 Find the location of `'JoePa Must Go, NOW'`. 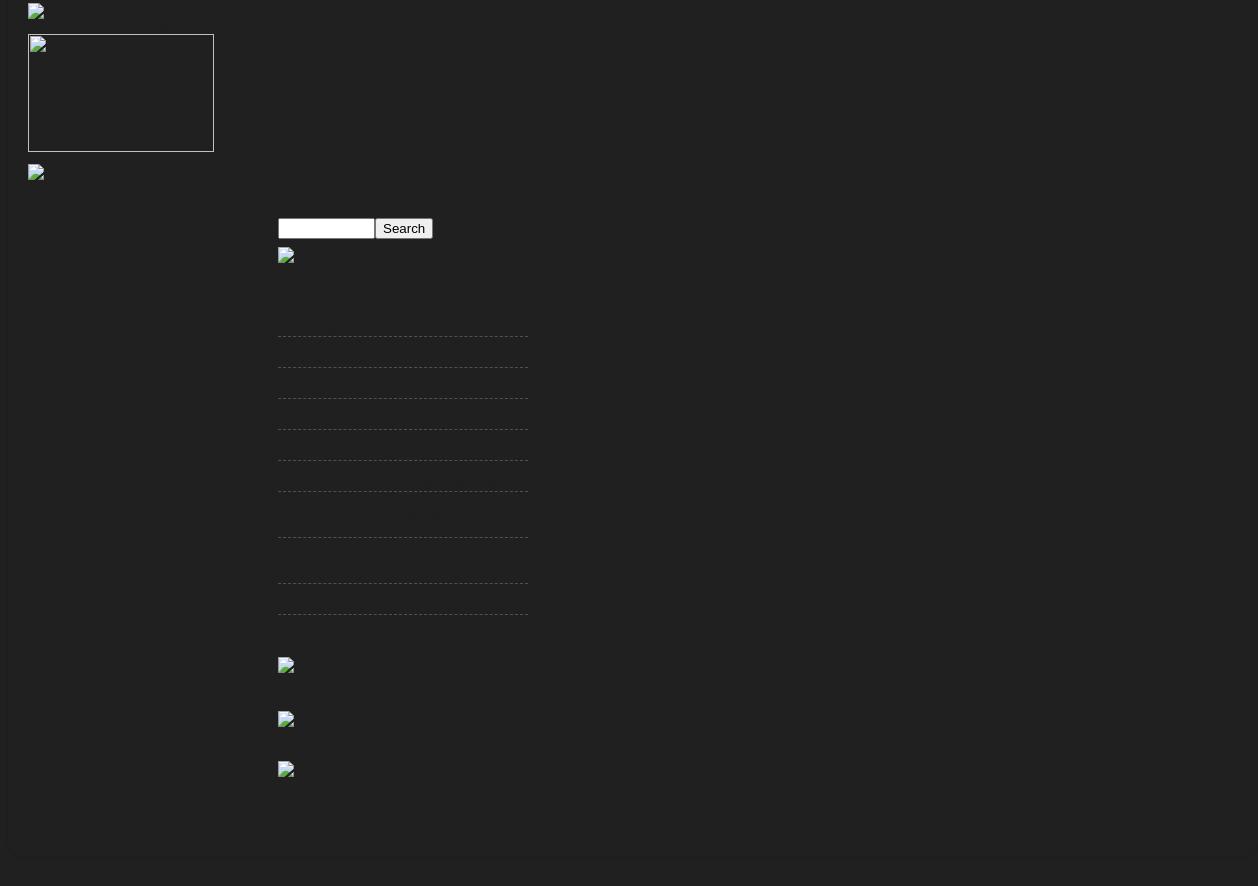

'JoePa Must Go, NOW' is located at coordinates (333, 358).